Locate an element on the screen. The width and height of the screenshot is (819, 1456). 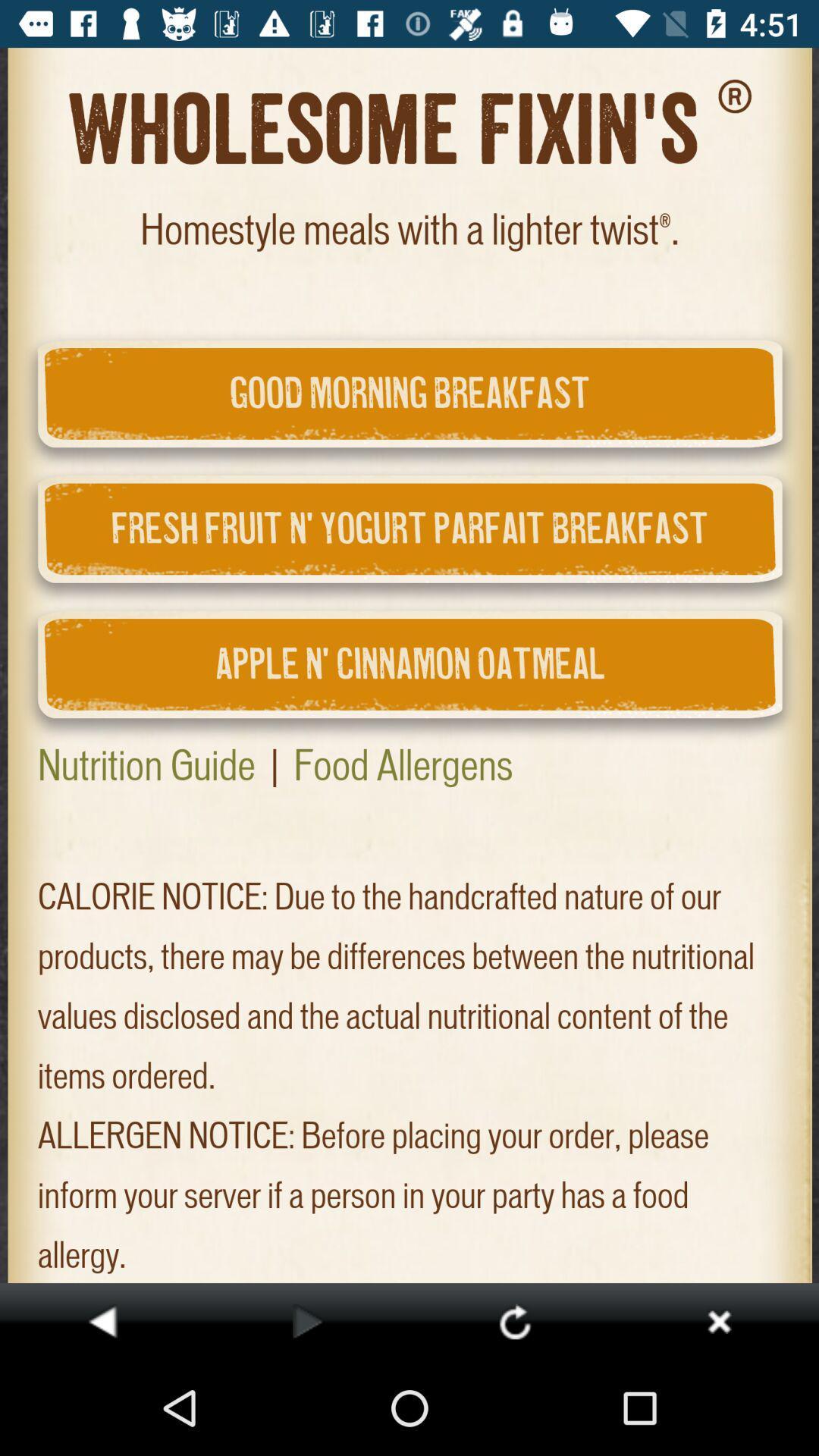
the skip_next icon is located at coordinates (718, 1320).